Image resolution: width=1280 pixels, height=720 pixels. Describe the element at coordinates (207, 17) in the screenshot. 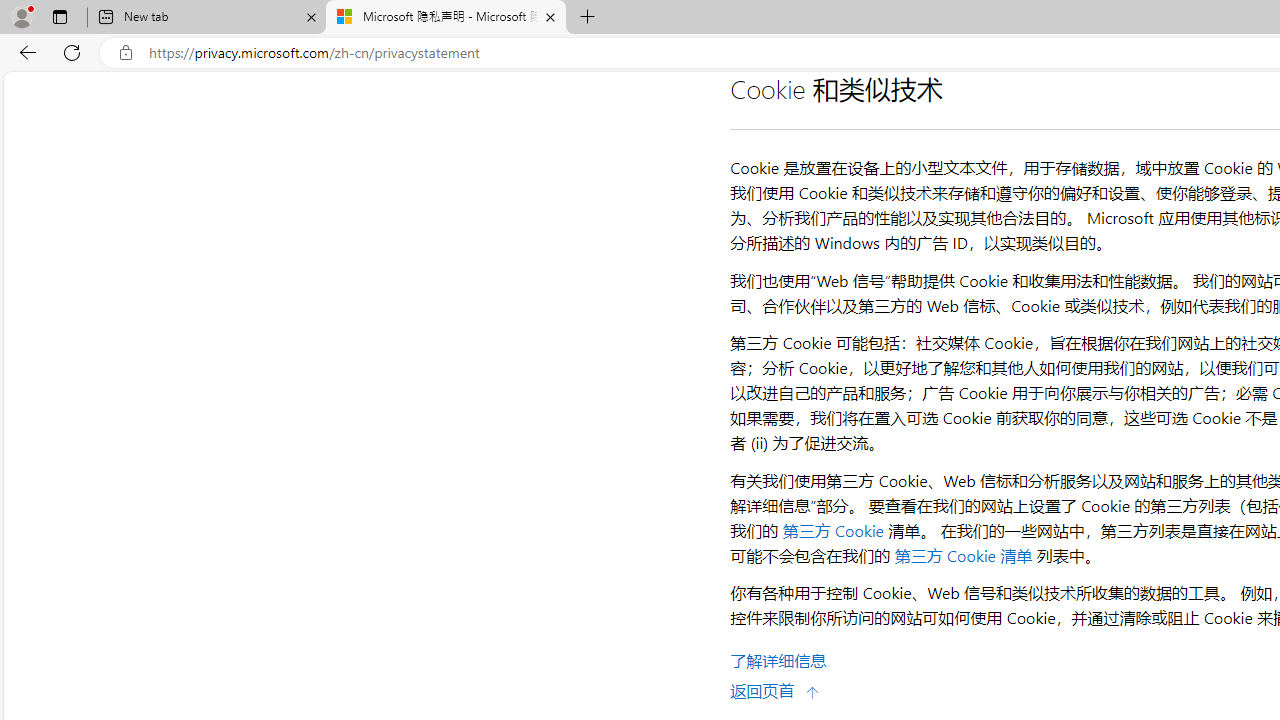

I see `'New tab'` at that location.